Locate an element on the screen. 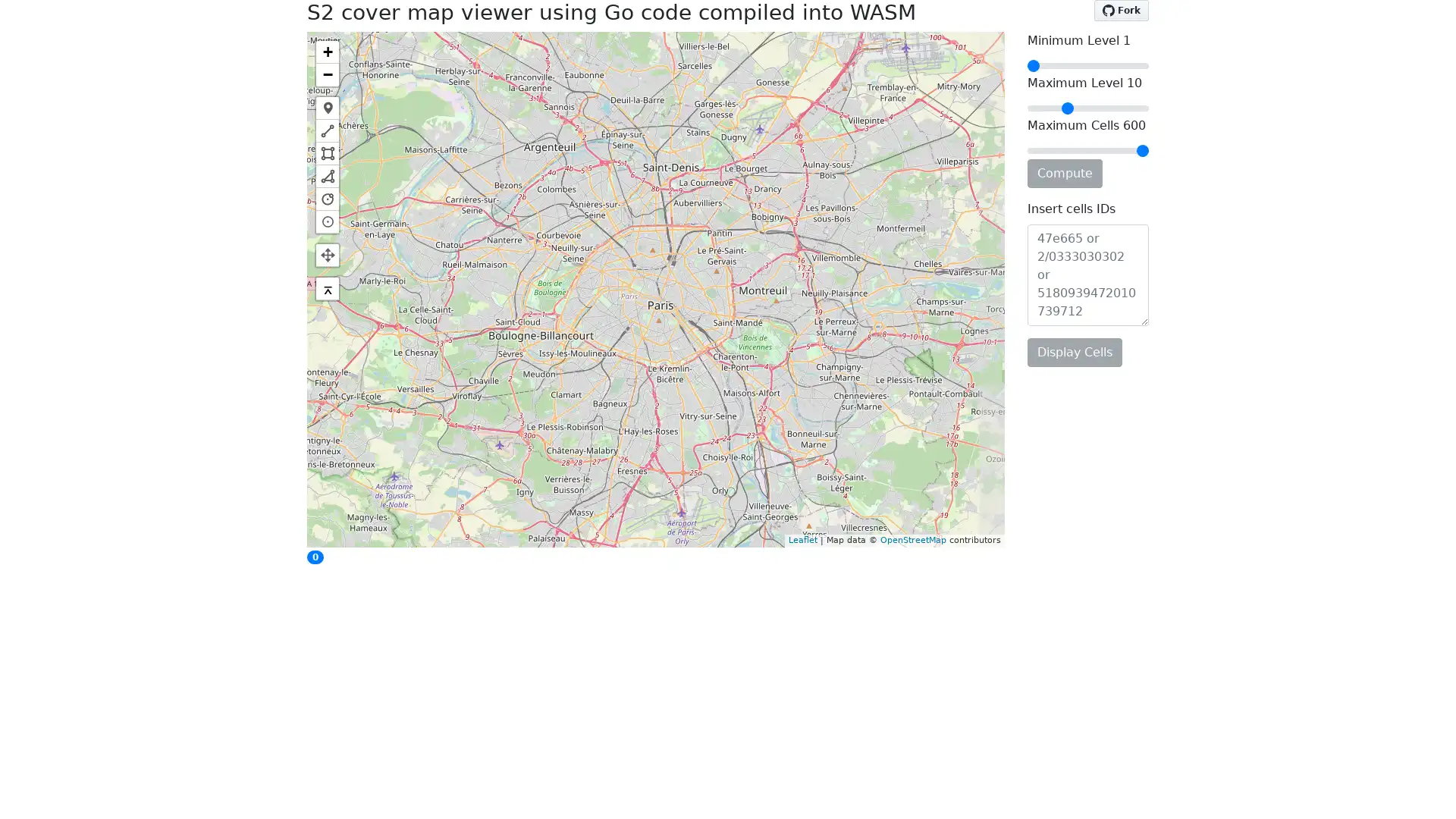 This screenshot has width=1456, height=819. Zoom in is located at coordinates (327, 51).